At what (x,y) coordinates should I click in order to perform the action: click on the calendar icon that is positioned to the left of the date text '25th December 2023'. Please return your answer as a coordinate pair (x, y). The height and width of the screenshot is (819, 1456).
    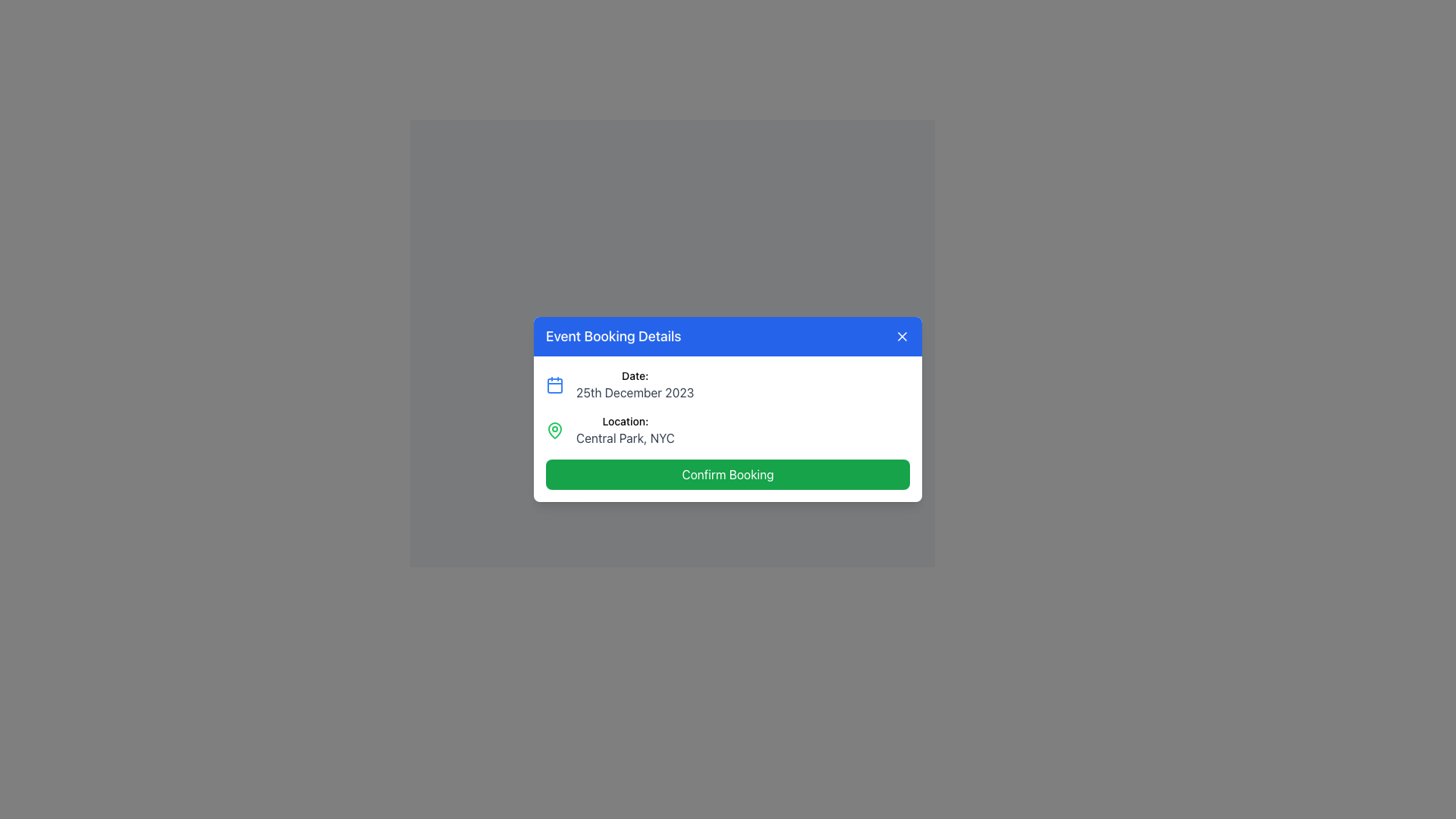
    Looking at the image, I should click on (554, 384).